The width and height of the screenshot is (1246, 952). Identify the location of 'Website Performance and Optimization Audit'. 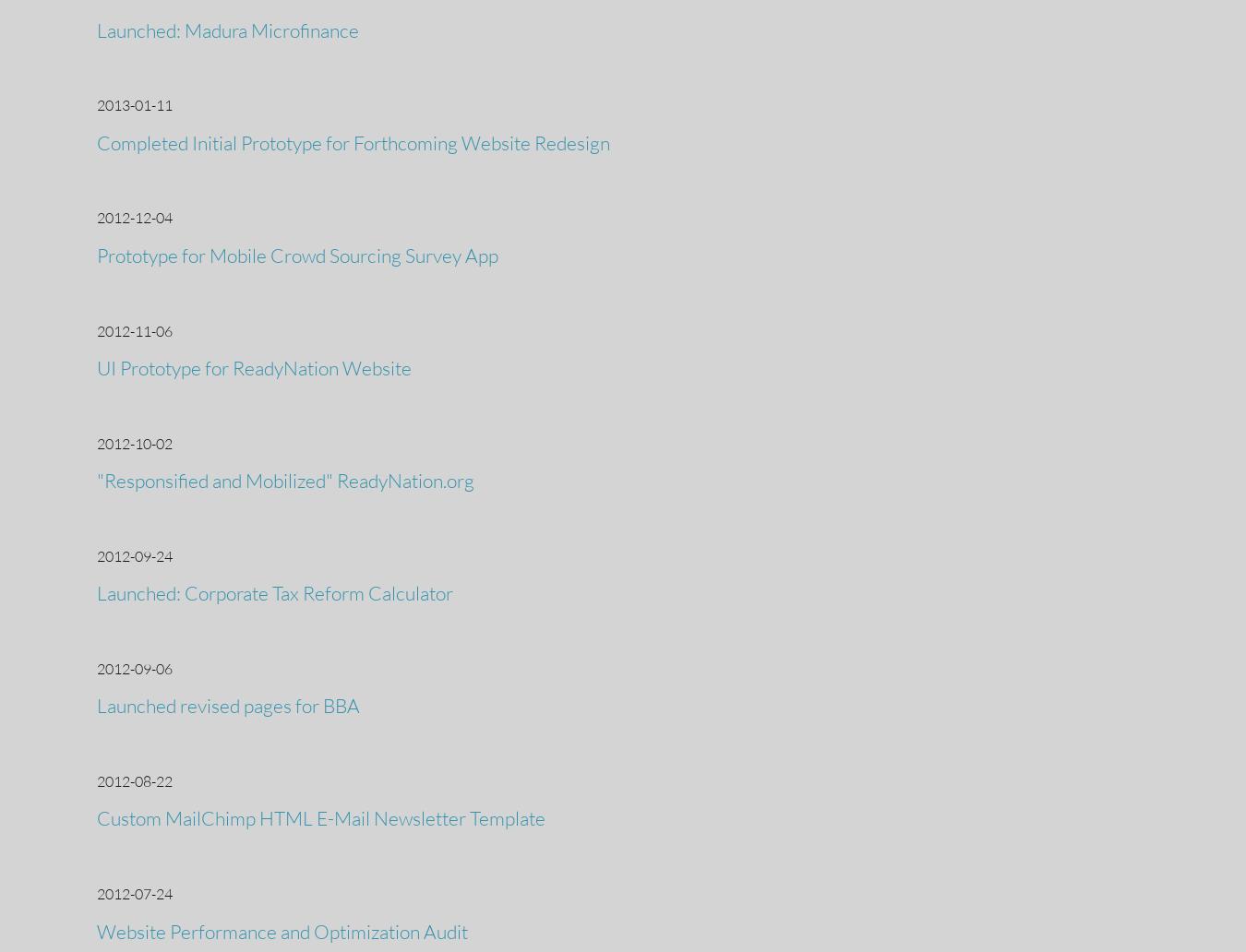
(96, 929).